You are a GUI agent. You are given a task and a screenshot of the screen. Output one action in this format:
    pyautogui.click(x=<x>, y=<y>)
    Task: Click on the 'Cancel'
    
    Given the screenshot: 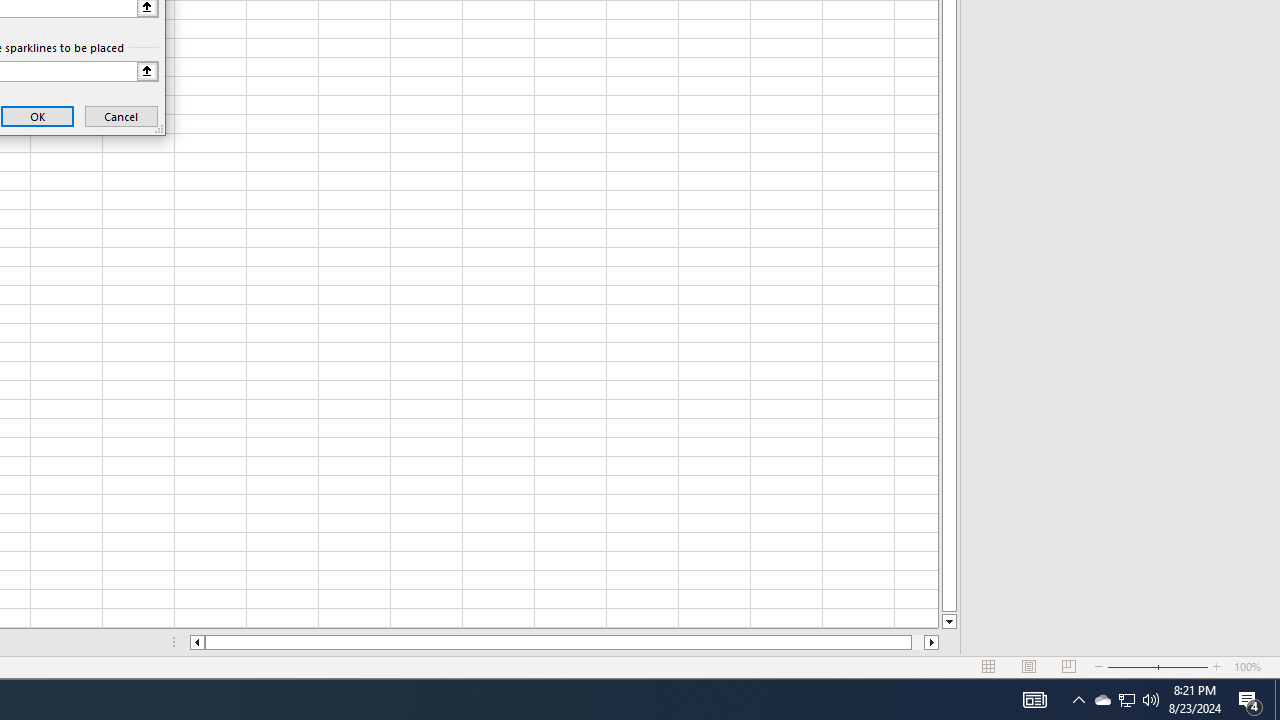 What is the action you would take?
    pyautogui.click(x=120, y=116)
    